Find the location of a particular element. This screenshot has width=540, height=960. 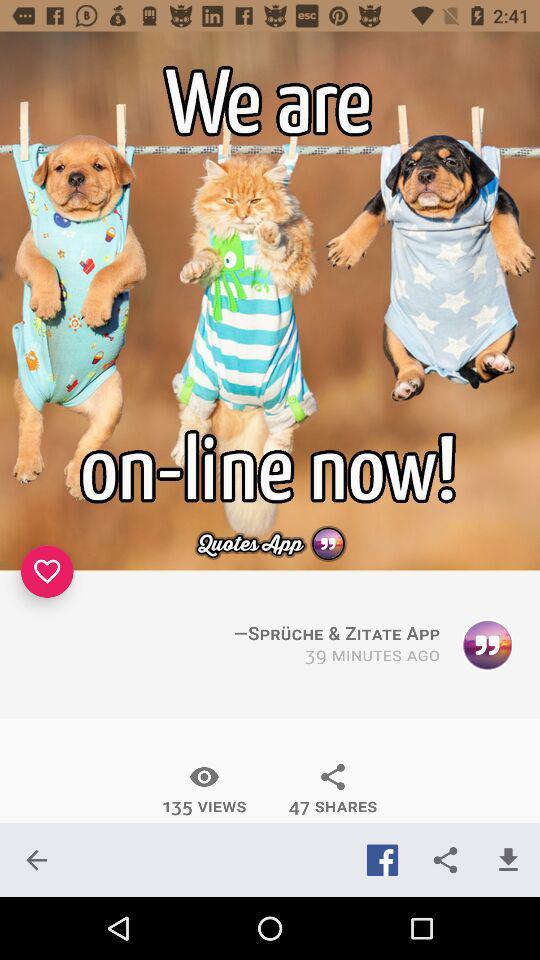

heart post is located at coordinates (47, 571).